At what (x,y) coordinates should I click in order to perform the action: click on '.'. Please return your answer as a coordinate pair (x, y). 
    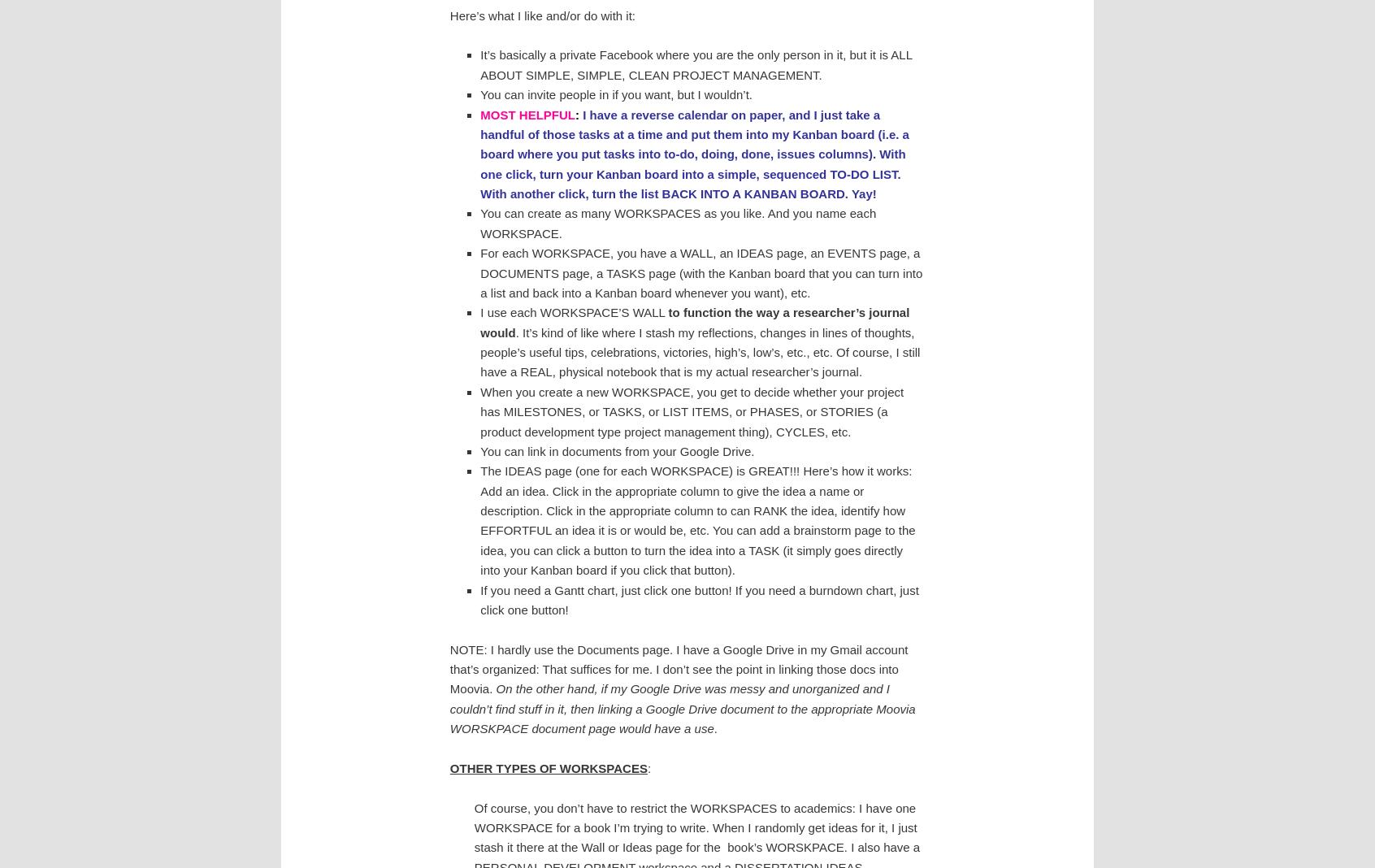
    Looking at the image, I should click on (714, 727).